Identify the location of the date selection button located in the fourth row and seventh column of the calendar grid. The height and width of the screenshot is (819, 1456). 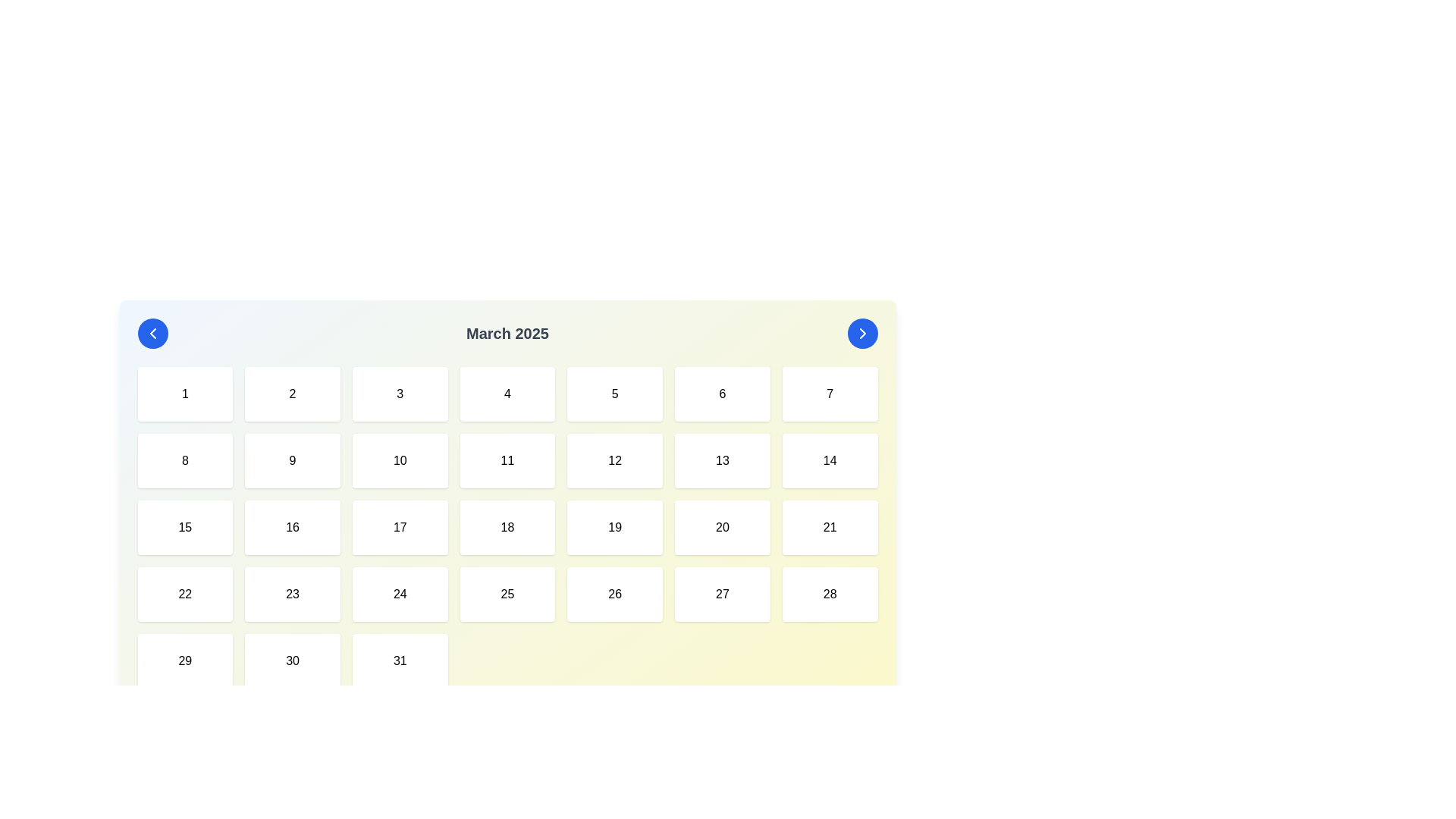
(829, 526).